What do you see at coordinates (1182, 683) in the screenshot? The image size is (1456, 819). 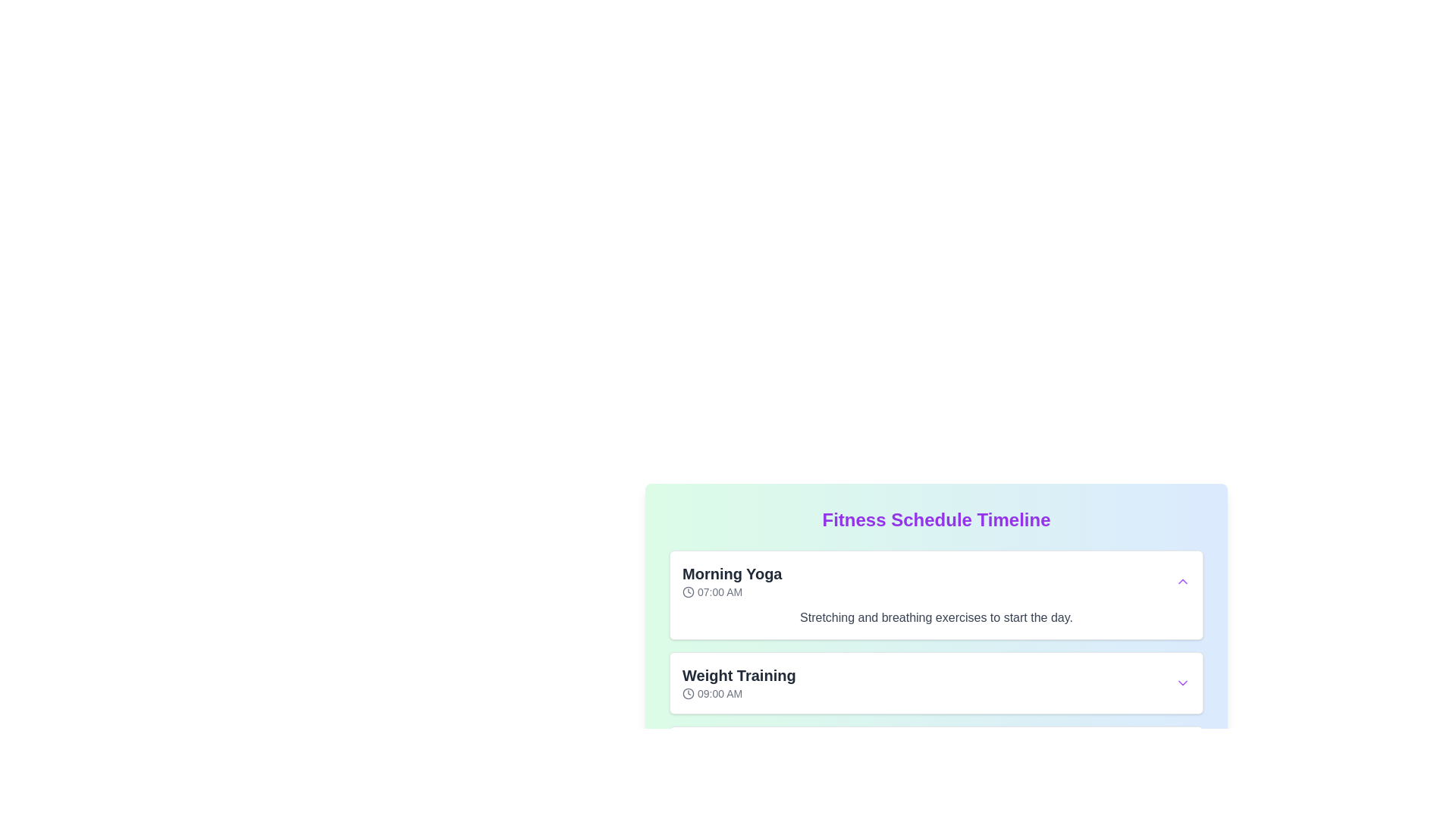 I see `the purple chevron-shaped icon button located to the right of the 'Weight Training 09:00 AM' text` at bounding box center [1182, 683].